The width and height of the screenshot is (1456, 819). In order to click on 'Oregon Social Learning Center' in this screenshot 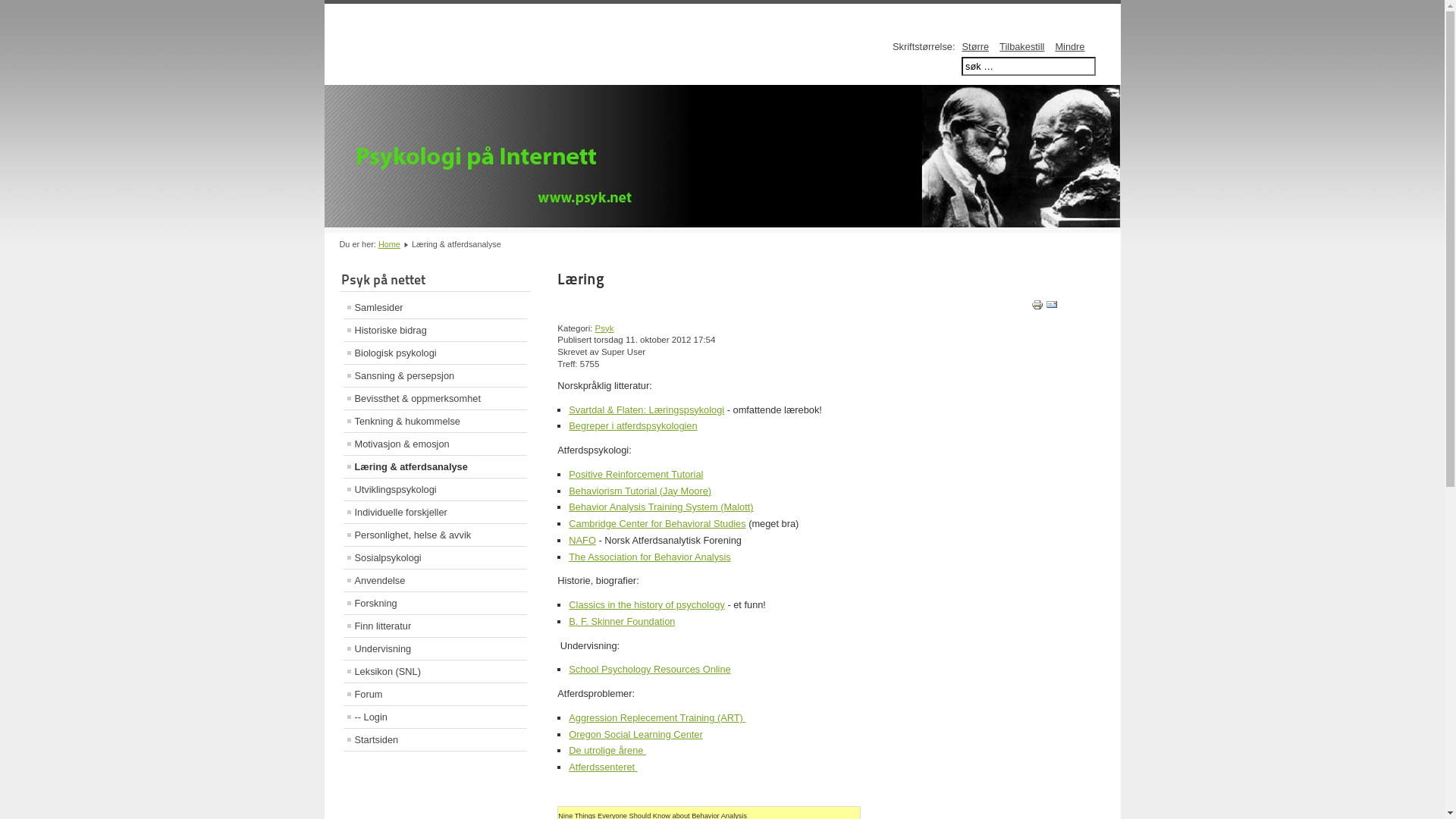, I will do `click(635, 733)`.